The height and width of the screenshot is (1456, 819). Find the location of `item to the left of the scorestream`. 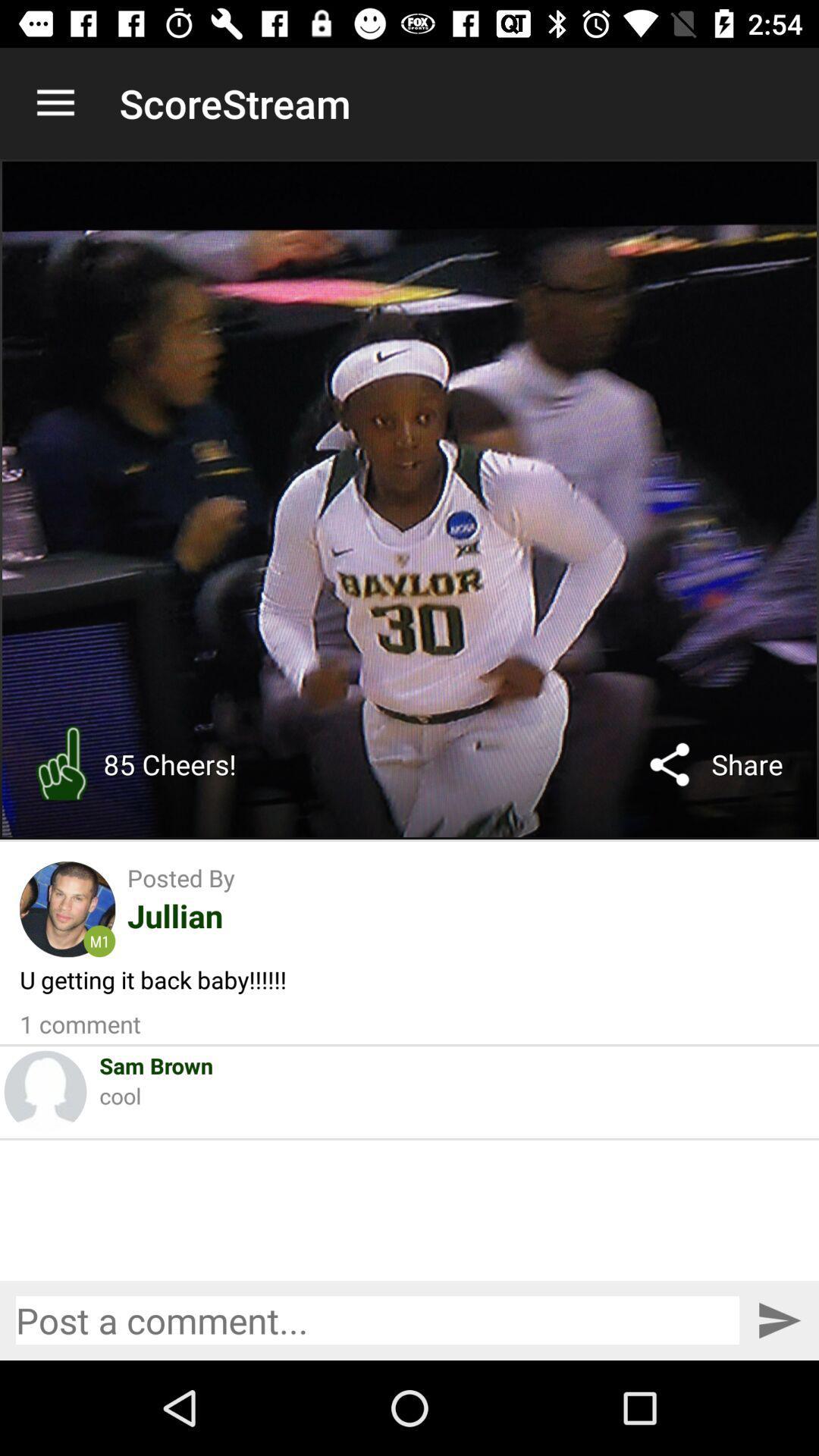

item to the left of the scorestream is located at coordinates (55, 102).